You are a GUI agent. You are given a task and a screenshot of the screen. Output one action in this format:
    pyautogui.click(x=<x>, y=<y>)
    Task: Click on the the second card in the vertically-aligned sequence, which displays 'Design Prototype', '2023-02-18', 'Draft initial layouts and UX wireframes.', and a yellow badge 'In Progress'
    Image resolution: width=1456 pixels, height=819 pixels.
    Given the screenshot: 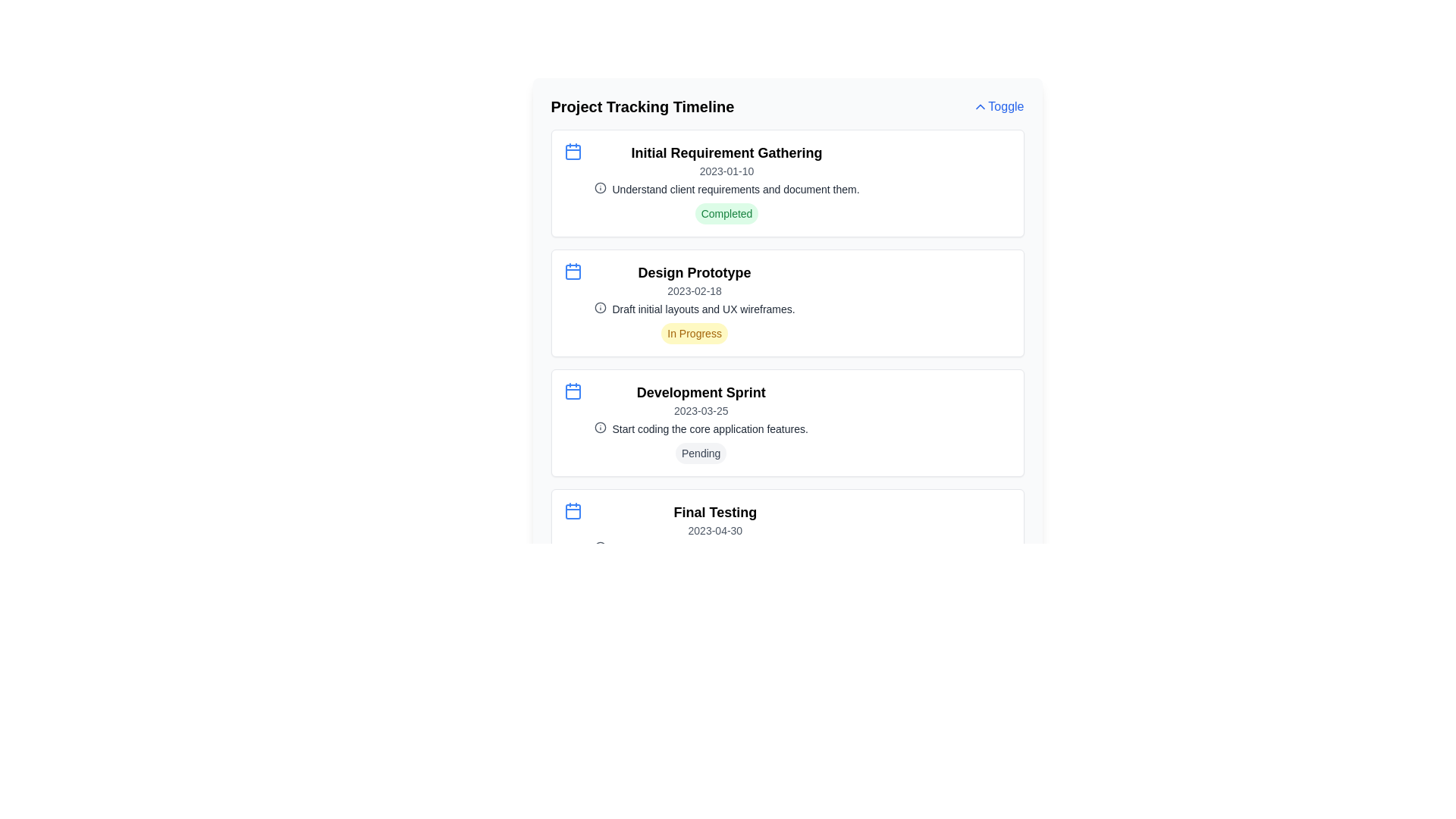 What is the action you would take?
    pyautogui.click(x=787, y=303)
    